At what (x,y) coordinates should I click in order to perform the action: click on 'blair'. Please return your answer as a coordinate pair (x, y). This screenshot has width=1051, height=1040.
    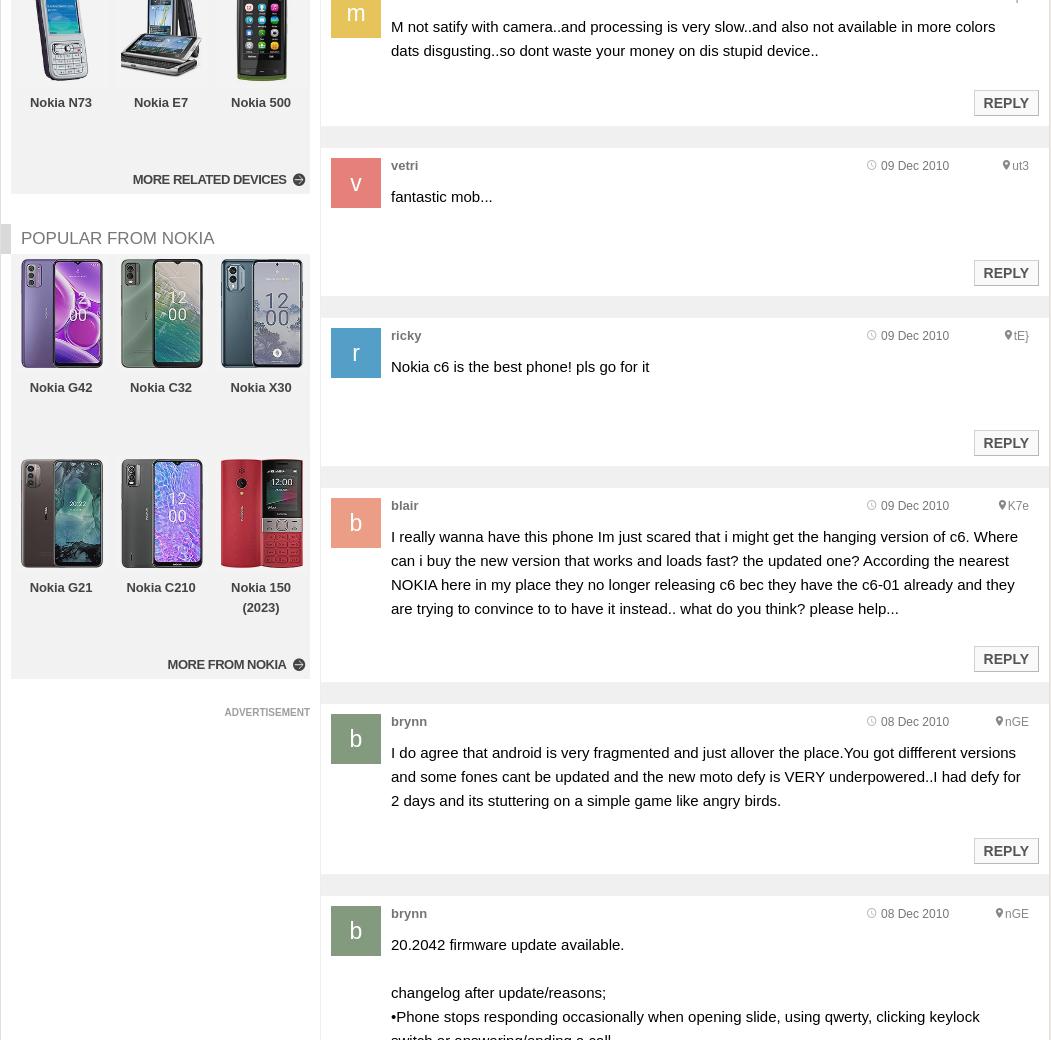
    Looking at the image, I should click on (403, 504).